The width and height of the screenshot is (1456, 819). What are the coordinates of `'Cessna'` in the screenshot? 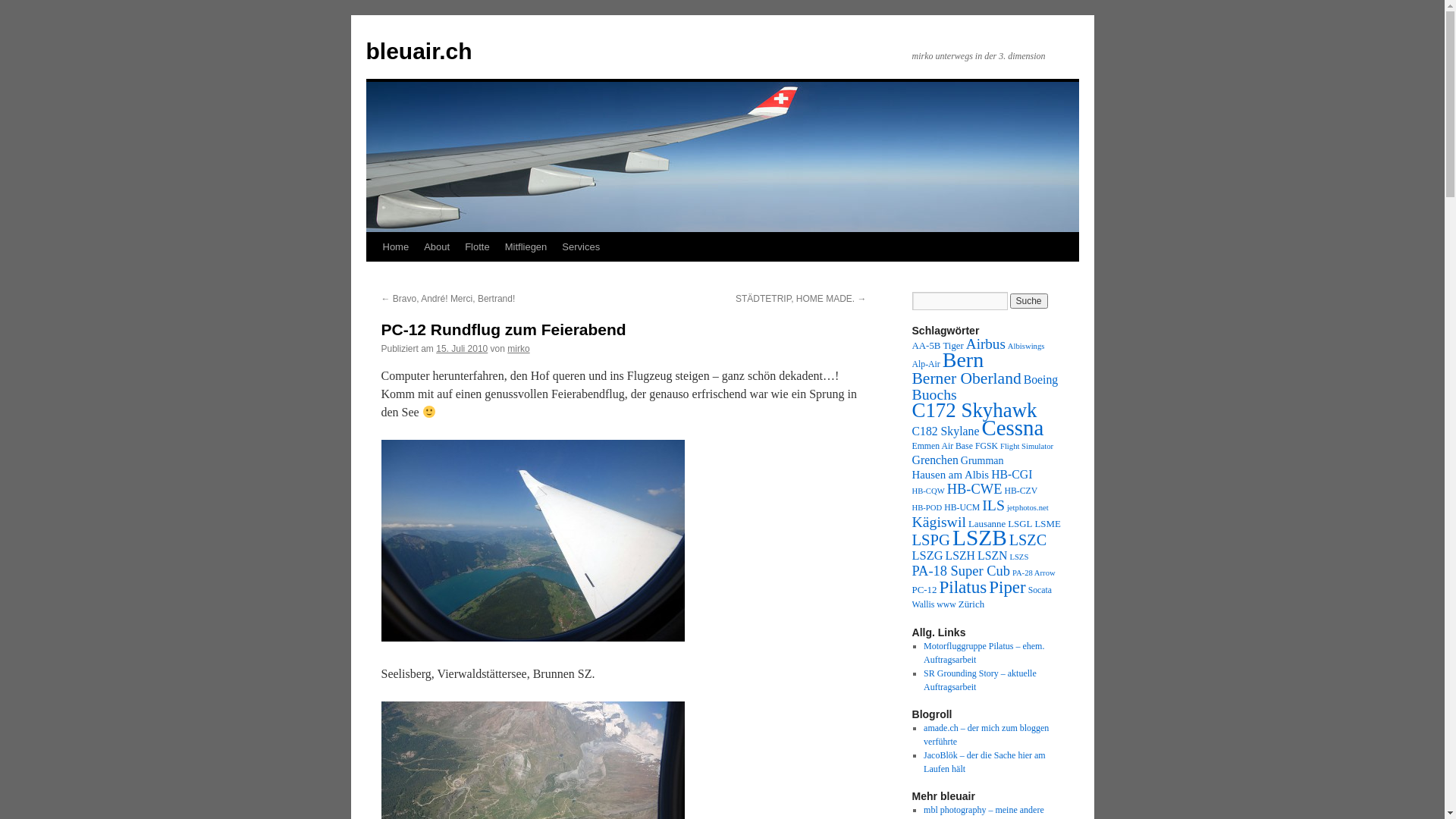 It's located at (981, 427).